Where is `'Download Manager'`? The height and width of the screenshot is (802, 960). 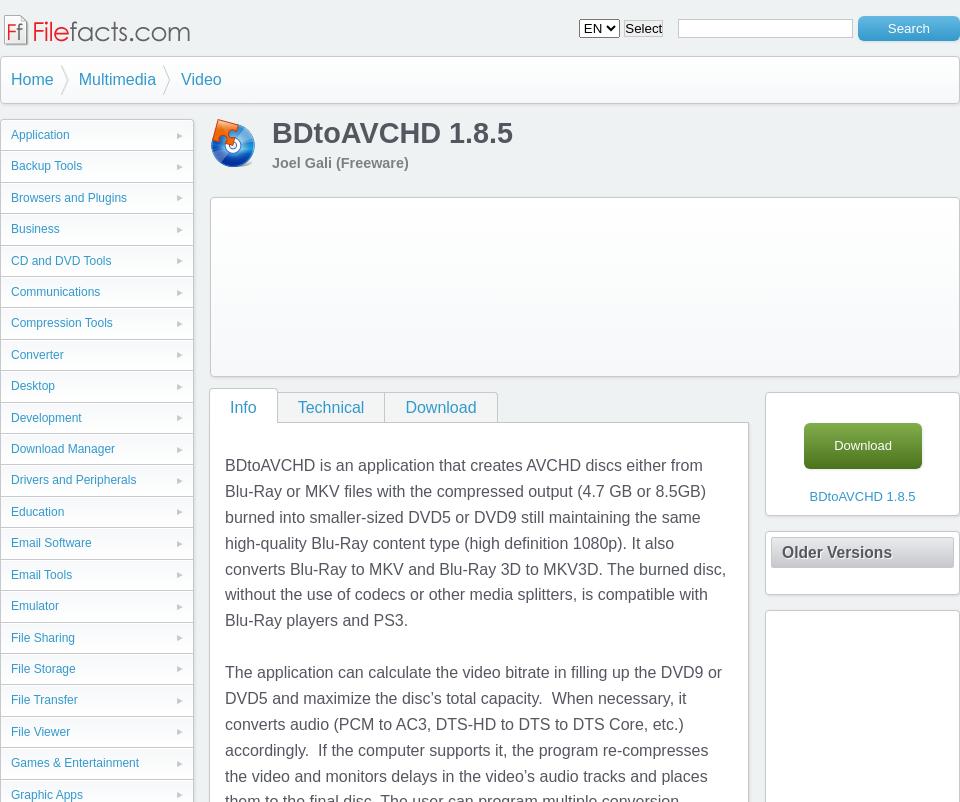
'Download Manager' is located at coordinates (62, 448).